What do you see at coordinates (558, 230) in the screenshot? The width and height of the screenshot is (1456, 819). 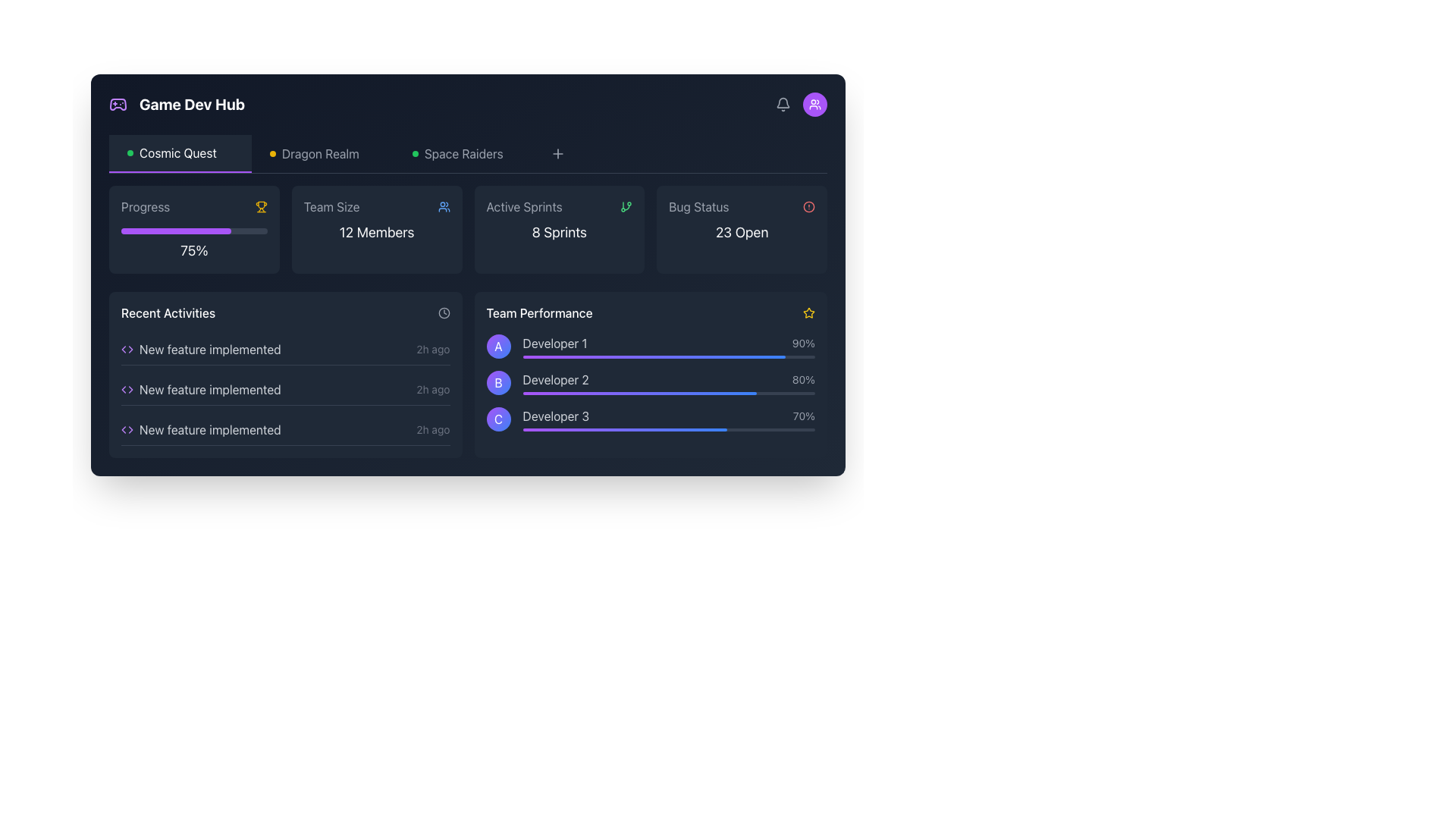 I see `displayed text from the Informational card that shows the current number of active sprints in the project management interface, located in the top row of the grid layout, between the 'Team Size' and 'Bug Status' cards` at bounding box center [558, 230].